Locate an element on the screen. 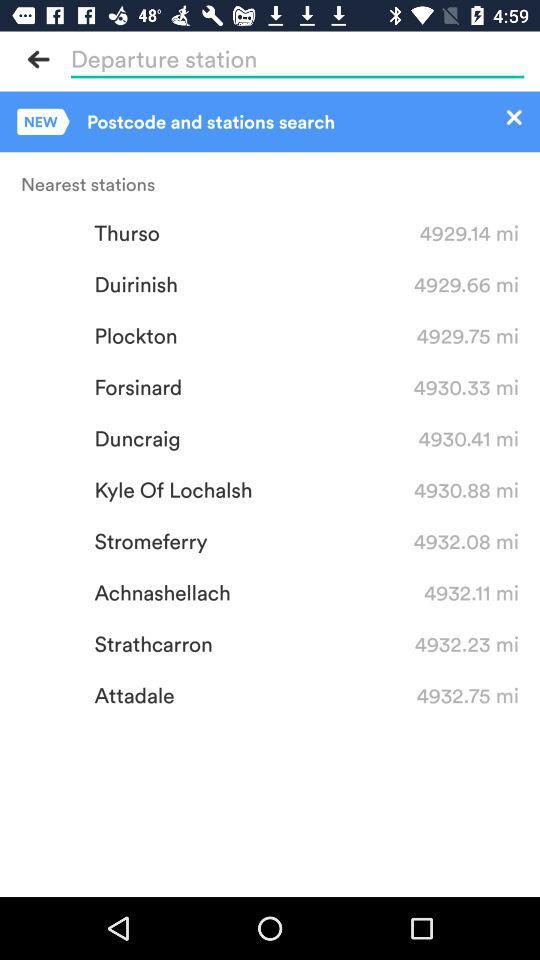  the highlighted area is for entering in your destination information is located at coordinates (296, 58).